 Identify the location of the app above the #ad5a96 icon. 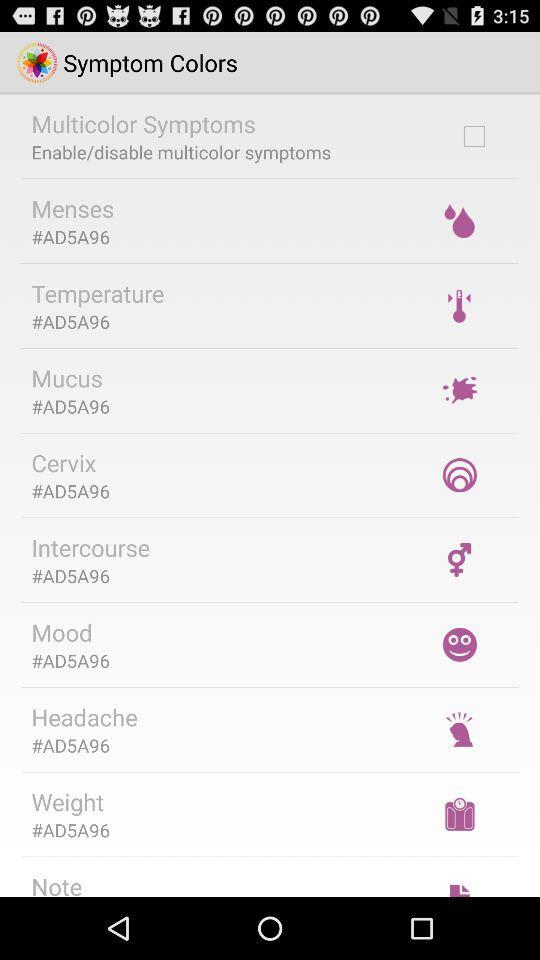
(96, 292).